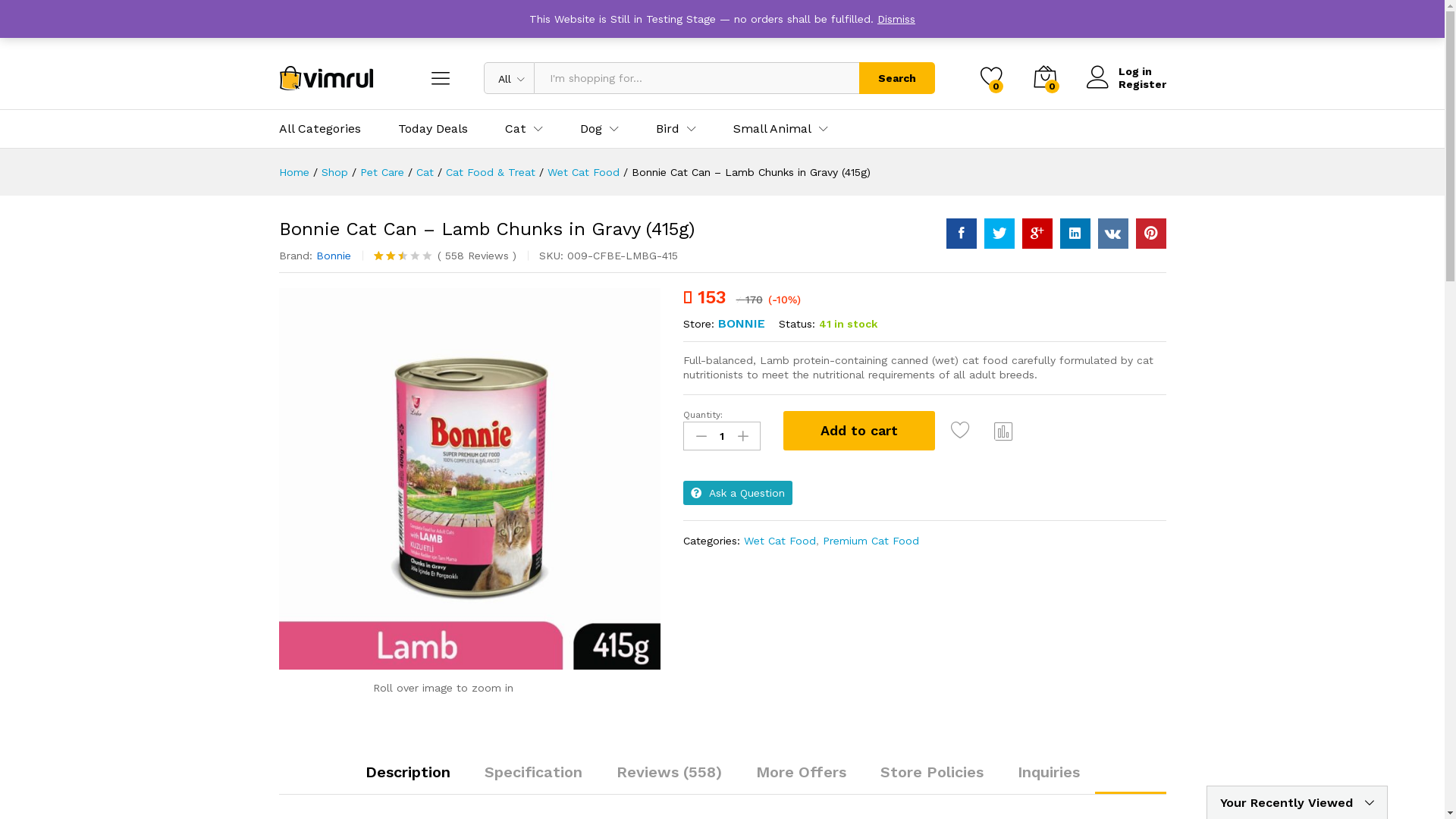  I want to click on '0', so click(1032, 78).